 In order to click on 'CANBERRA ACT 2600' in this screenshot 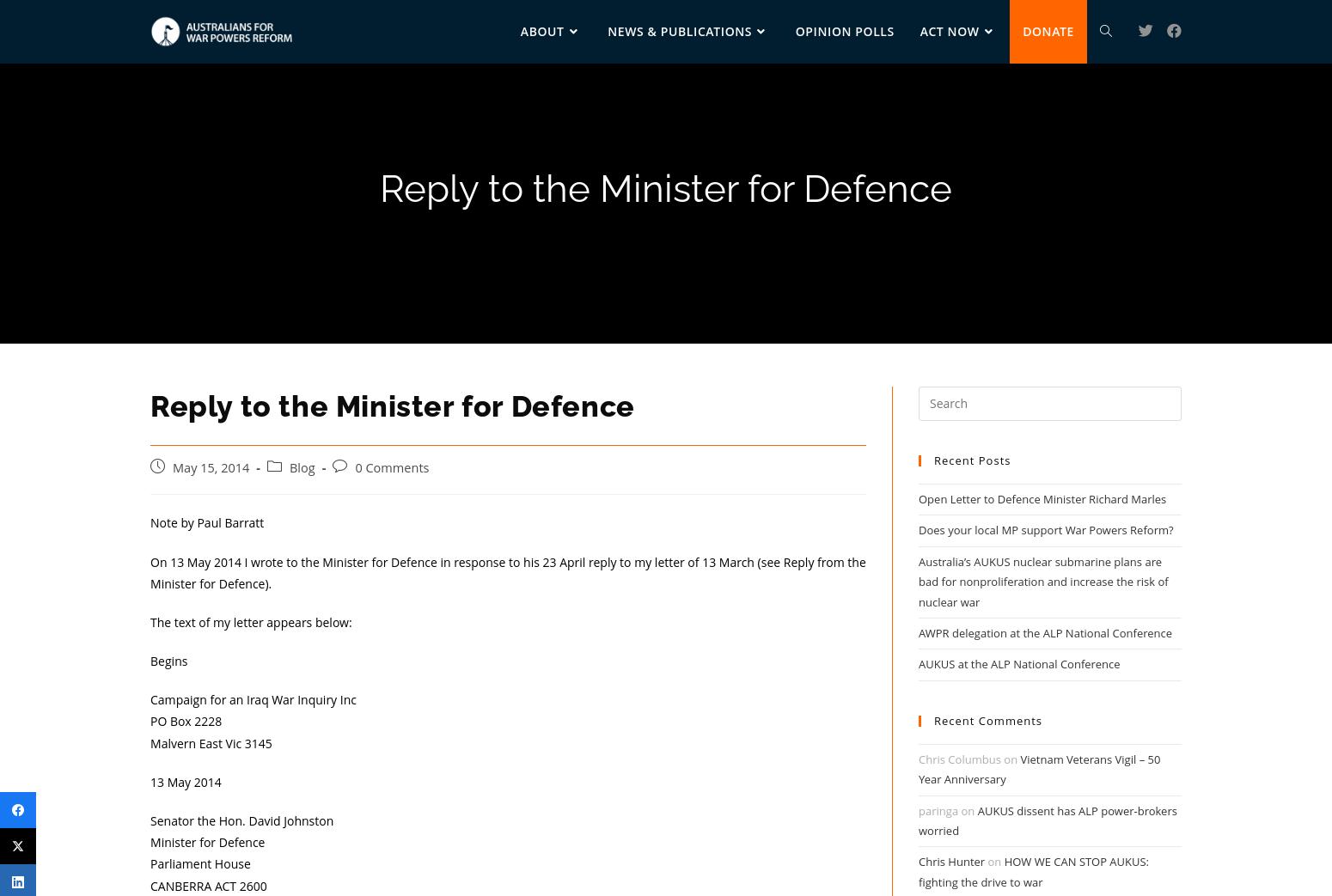, I will do `click(208, 885)`.